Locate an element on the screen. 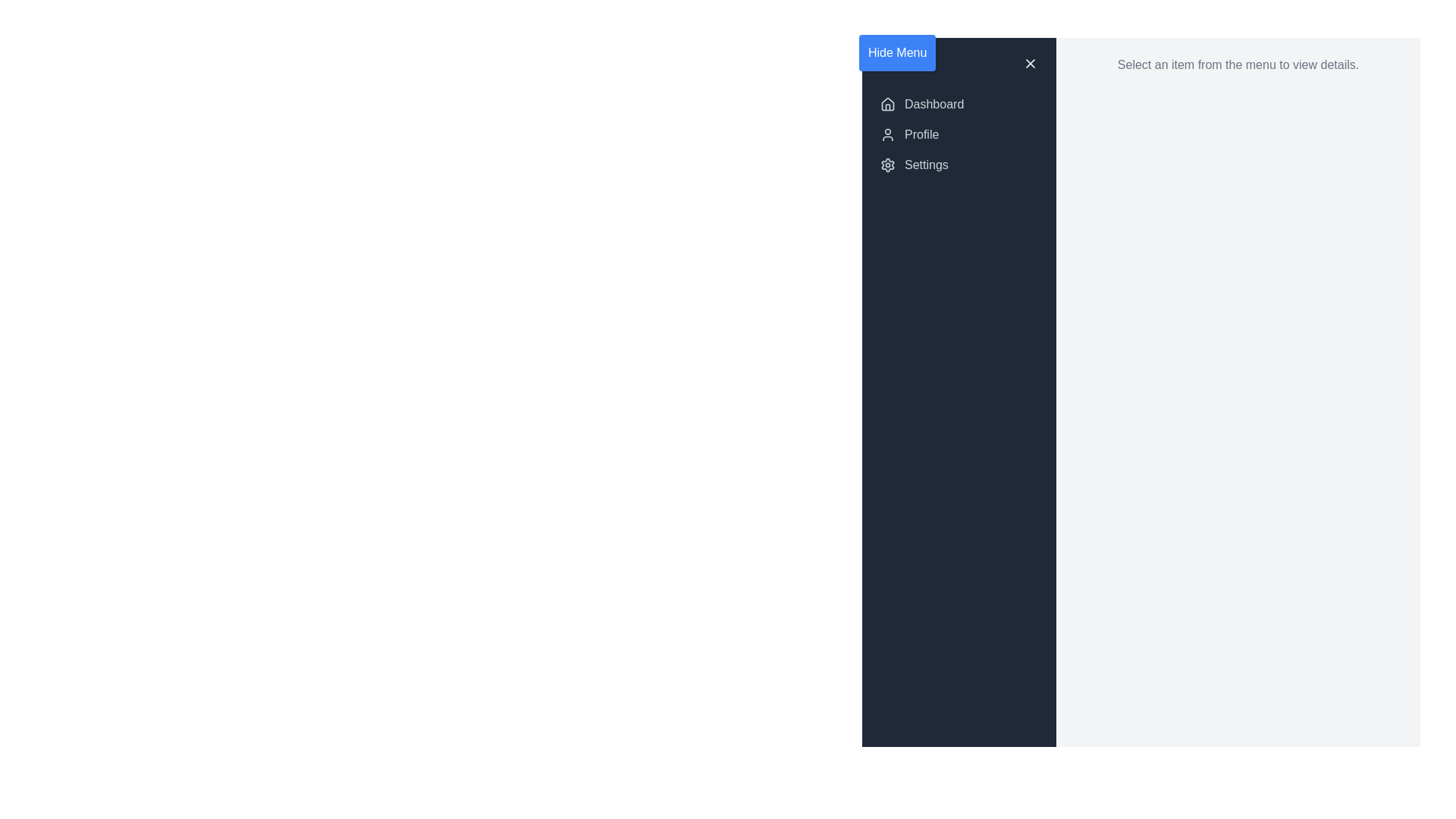 This screenshot has width=1456, height=819. the rounded button with an 'X' icon in the top right corner of the dark sidebar menu panel is located at coordinates (1030, 63).